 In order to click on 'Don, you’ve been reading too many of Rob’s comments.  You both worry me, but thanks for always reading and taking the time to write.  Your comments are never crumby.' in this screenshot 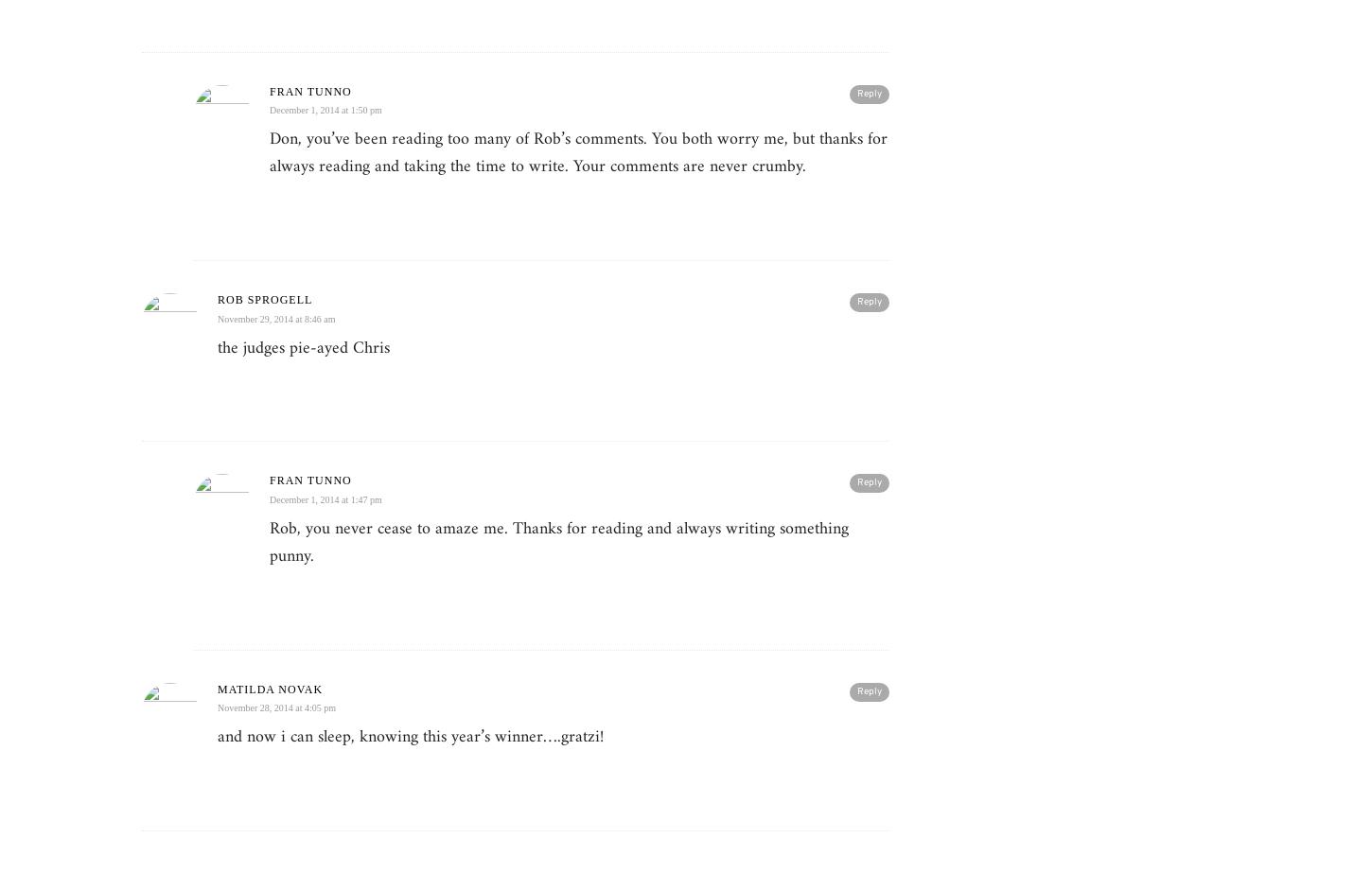, I will do `click(577, 152)`.